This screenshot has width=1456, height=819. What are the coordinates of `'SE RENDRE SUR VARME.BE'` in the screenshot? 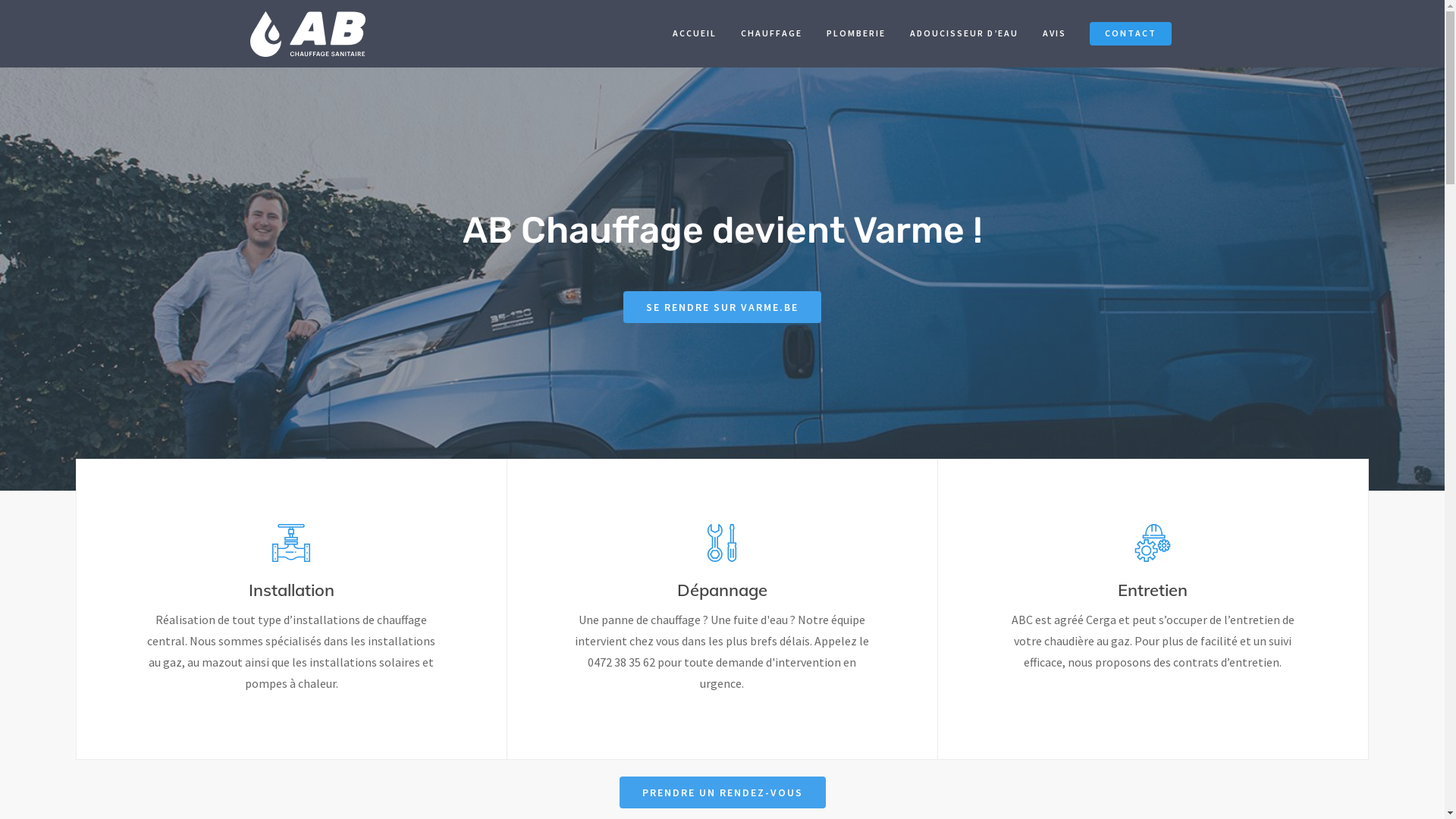 It's located at (721, 307).